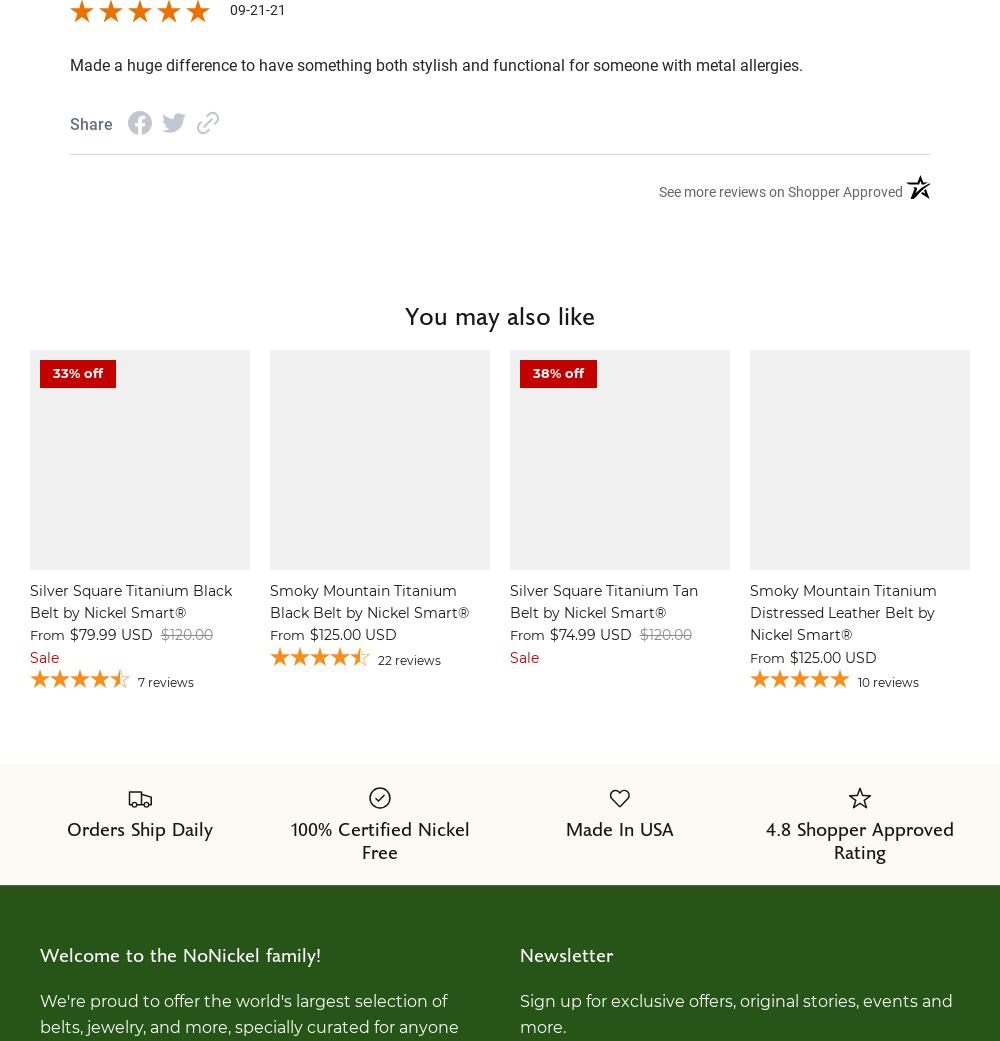  What do you see at coordinates (750, 612) in the screenshot?
I see `'Smoky Mountain Titanium Distressed Leather Belt by Nickel Smart®'` at bounding box center [750, 612].